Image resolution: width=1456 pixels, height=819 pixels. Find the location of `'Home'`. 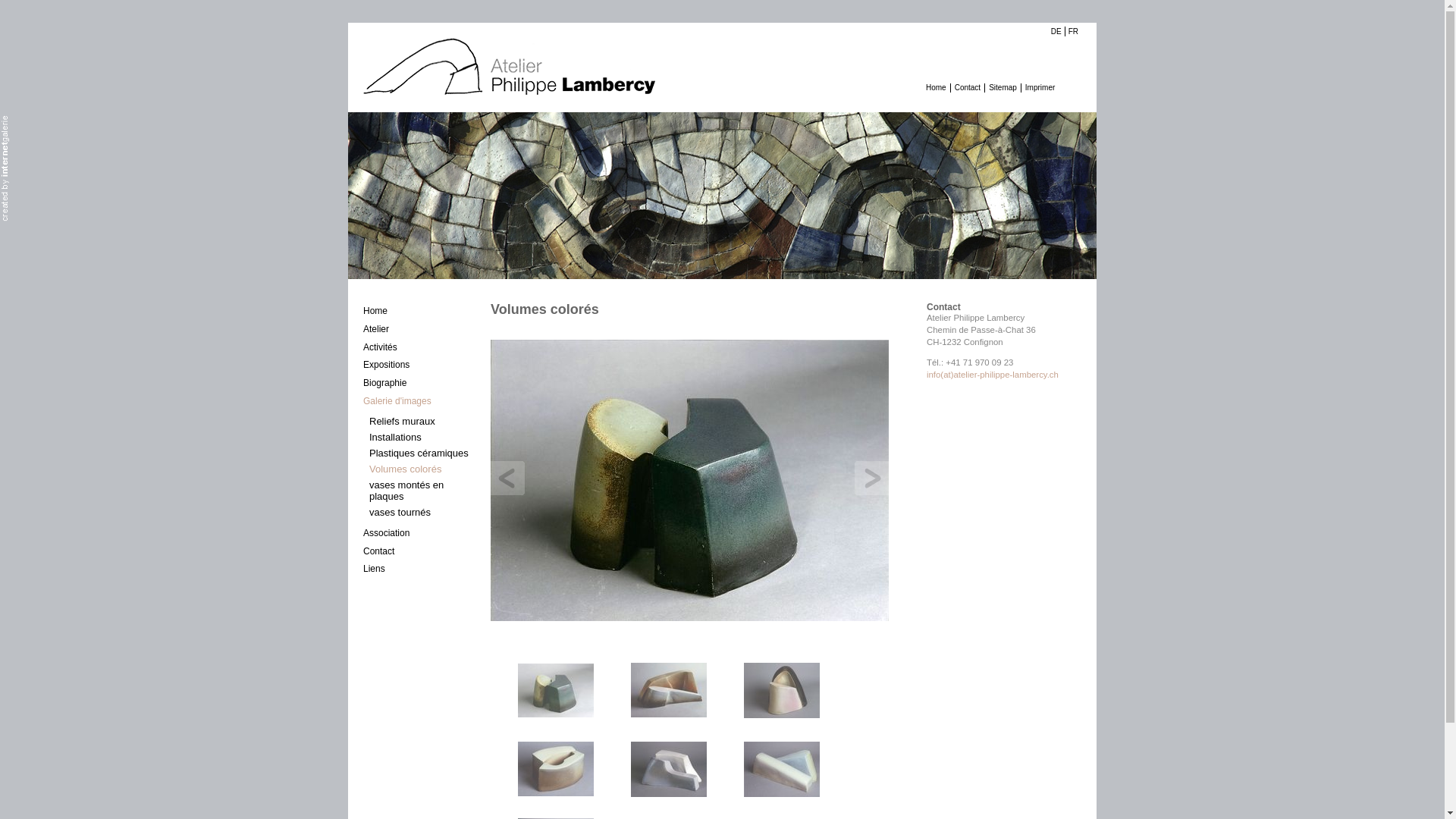

'Home' is located at coordinates (419, 309).